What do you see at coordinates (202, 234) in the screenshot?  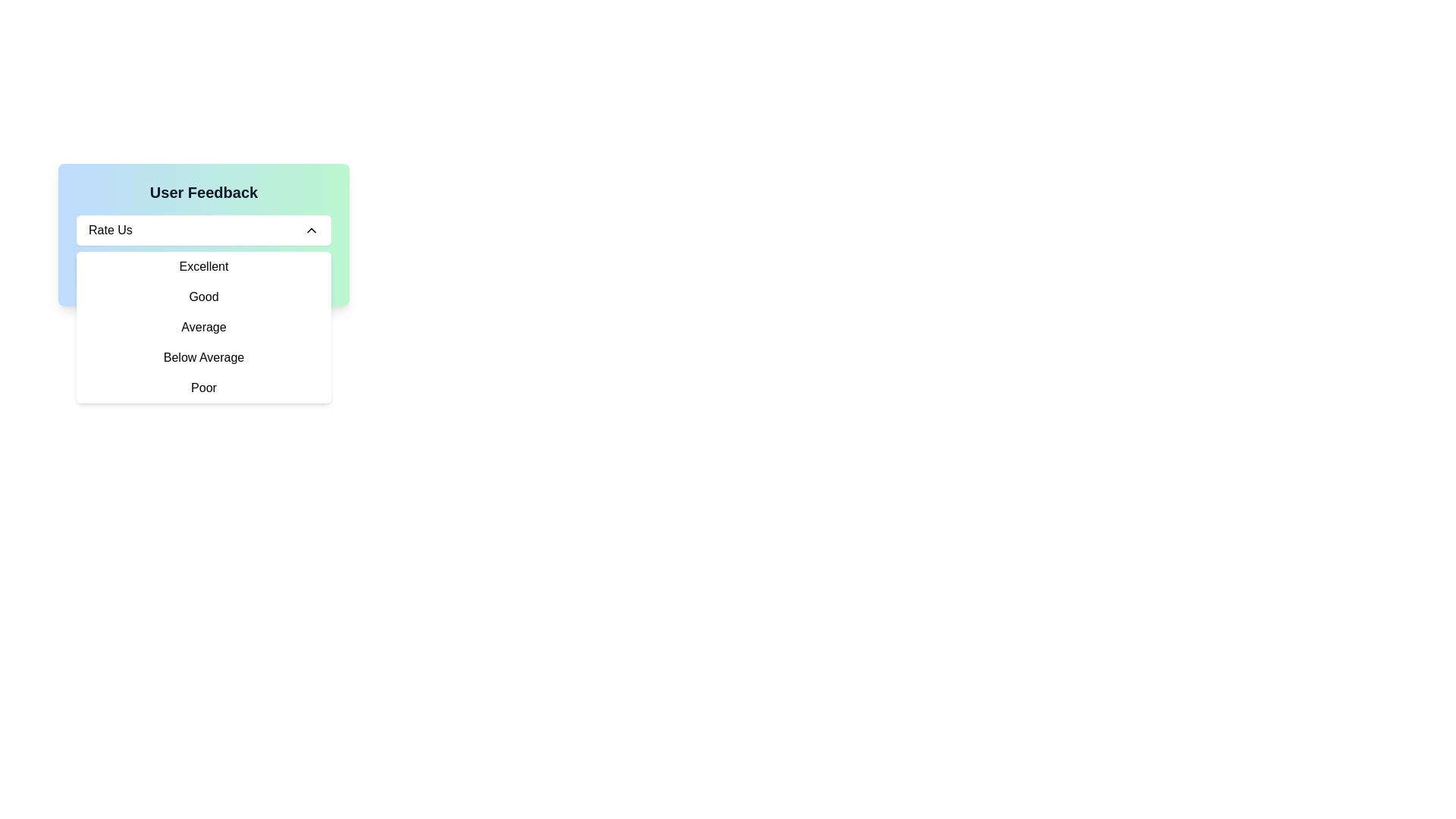 I see `a rating option from the Interactive feedback dropdown component labeled 'Rate Us', which is located in the center-left area of the layout` at bounding box center [202, 234].